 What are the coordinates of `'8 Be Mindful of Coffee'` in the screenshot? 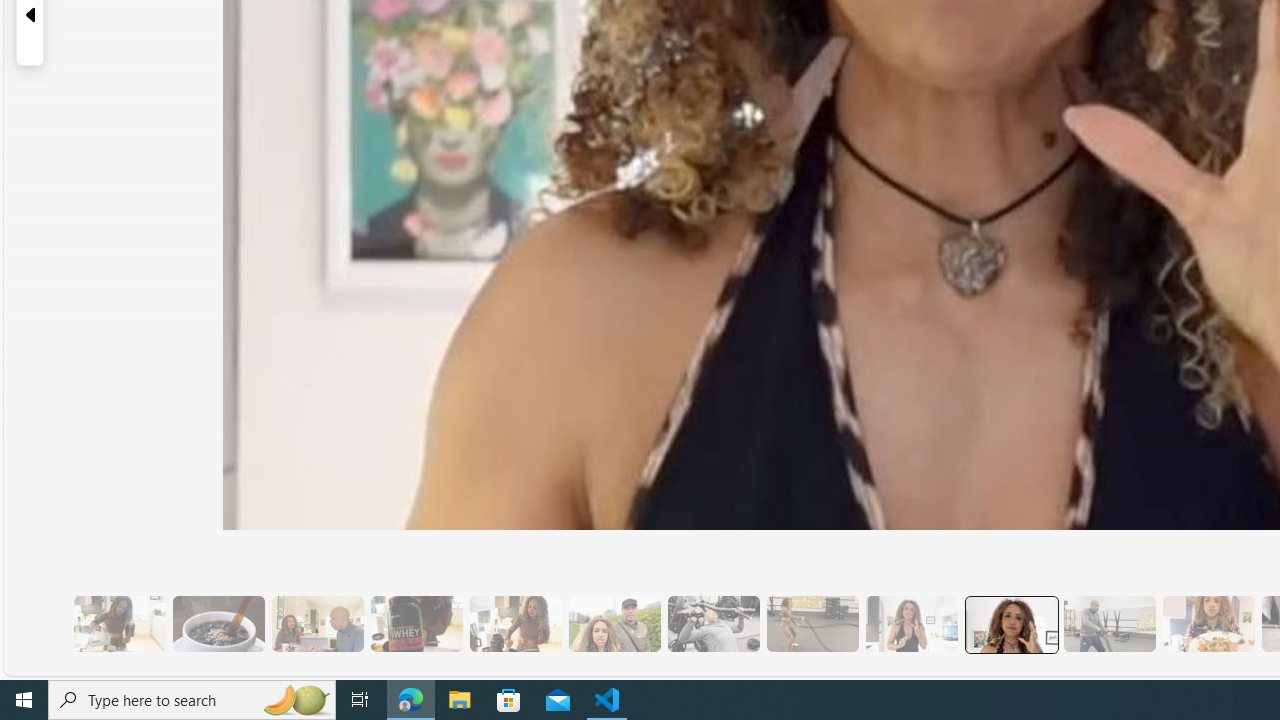 It's located at (218, 623).